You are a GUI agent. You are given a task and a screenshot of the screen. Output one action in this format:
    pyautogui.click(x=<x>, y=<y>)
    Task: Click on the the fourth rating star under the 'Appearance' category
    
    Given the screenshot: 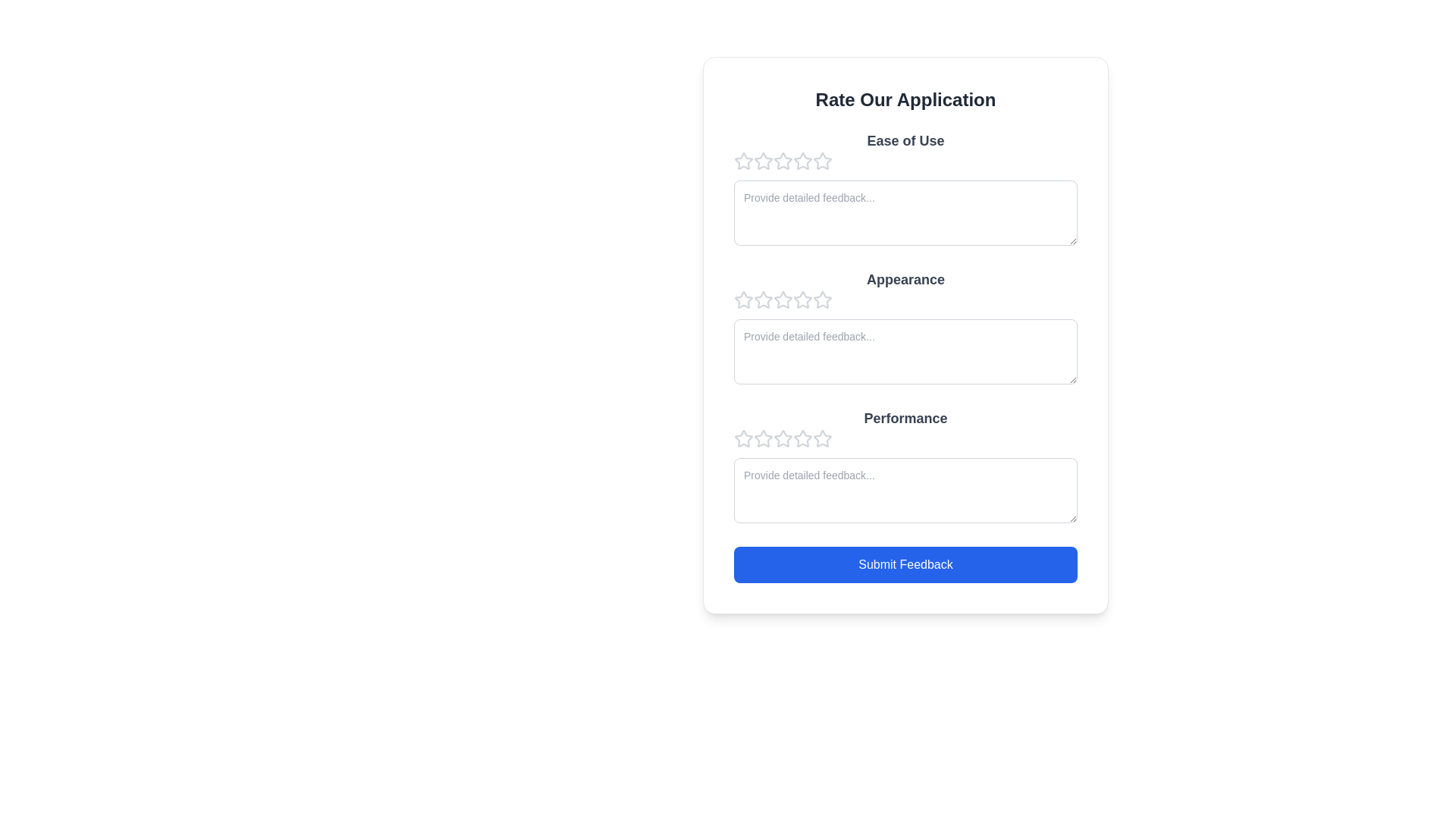 What is the action you would take?
    pyautogui.click(x=783, y=300)
    